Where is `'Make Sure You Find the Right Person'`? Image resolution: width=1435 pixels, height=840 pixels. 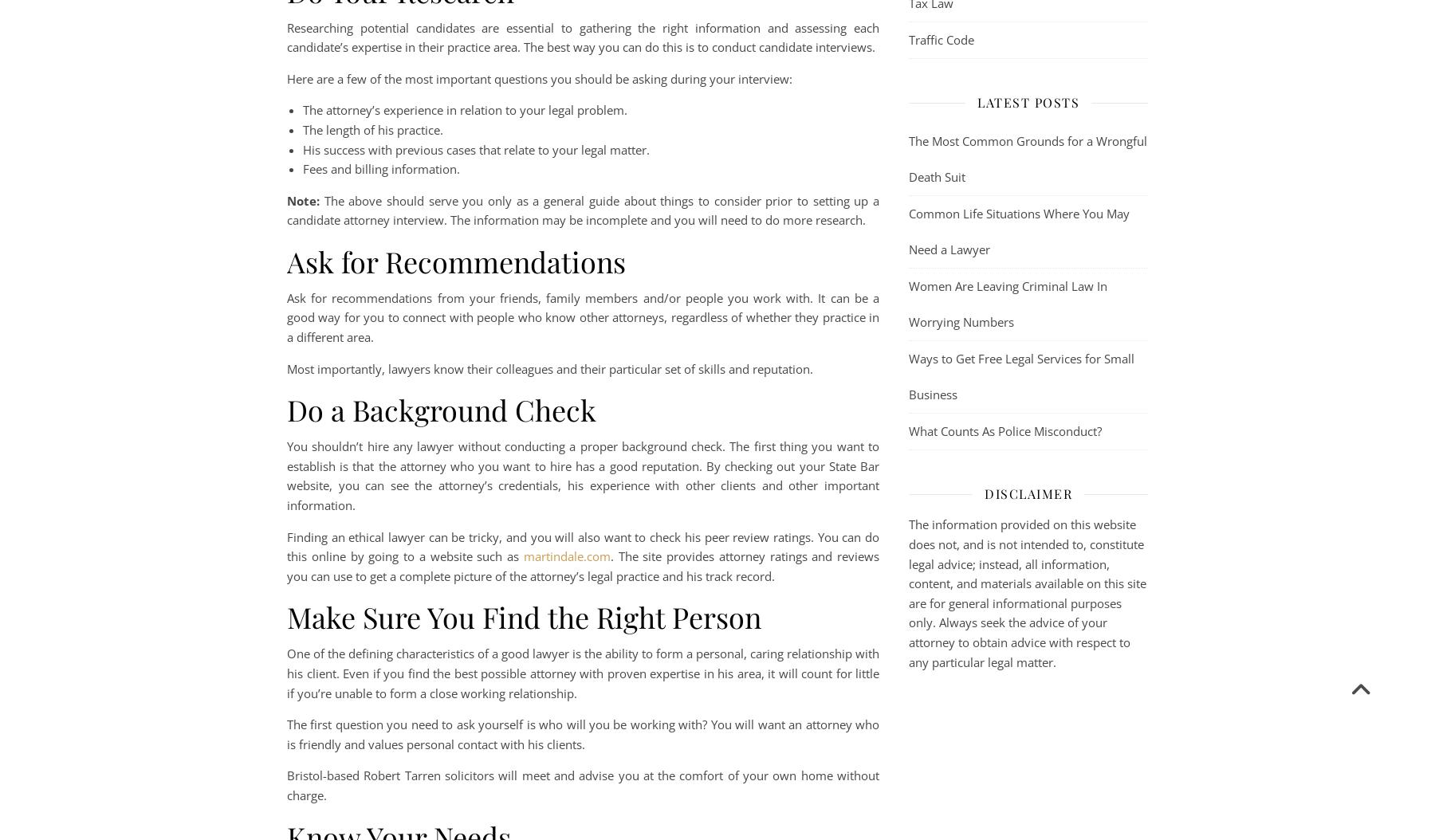 'Make Sure You Find the Right Person' is located at coordinates (524, 616).